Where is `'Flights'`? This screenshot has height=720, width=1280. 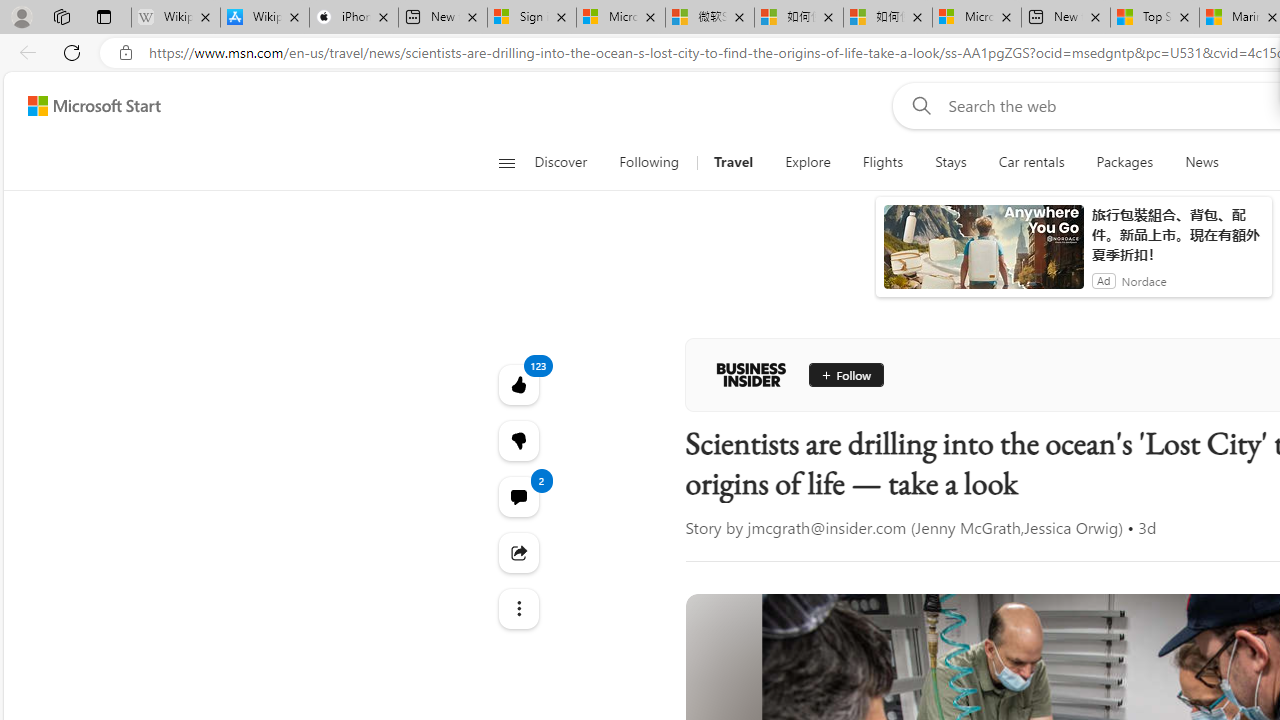
'Flights' is located at coordinates (882, 162).